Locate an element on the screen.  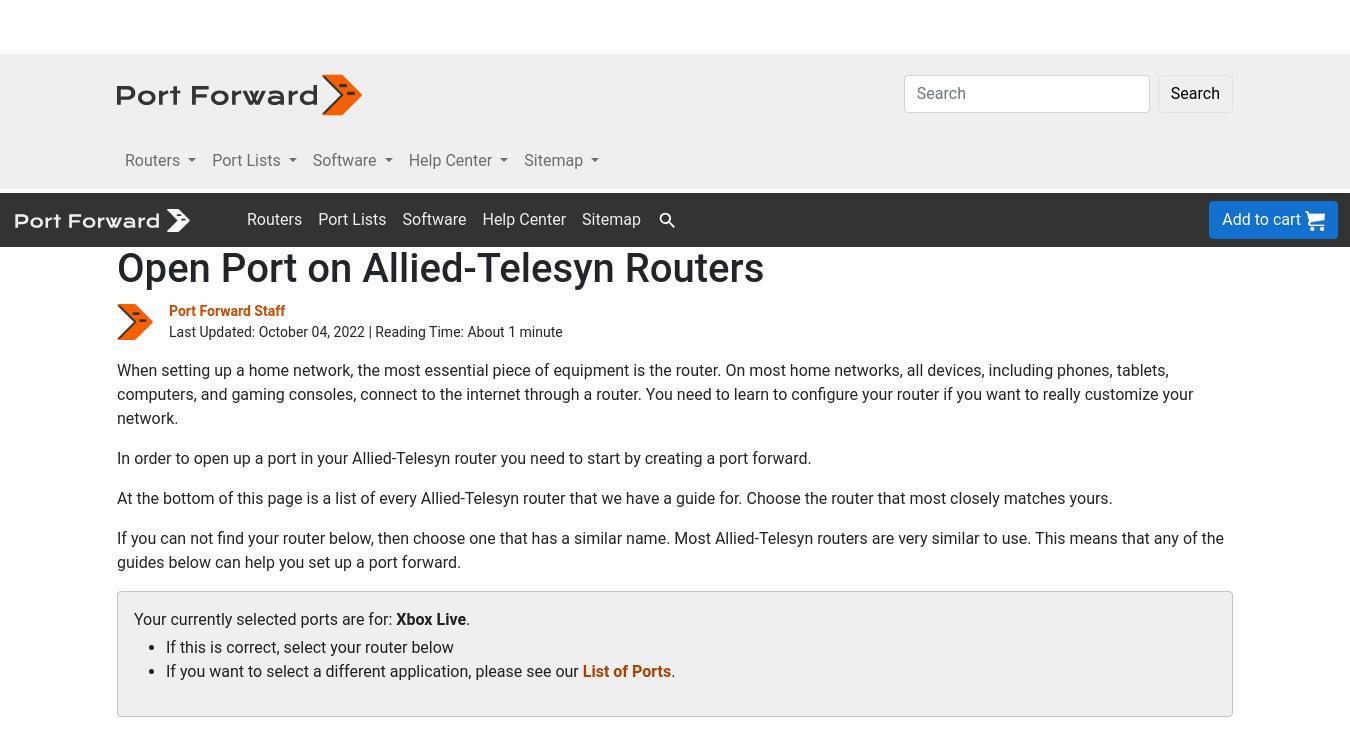
'In order to open up a port in your Allied-Telesyn router you need to start by creating a port forward.' is located at coordinates (462, 264).